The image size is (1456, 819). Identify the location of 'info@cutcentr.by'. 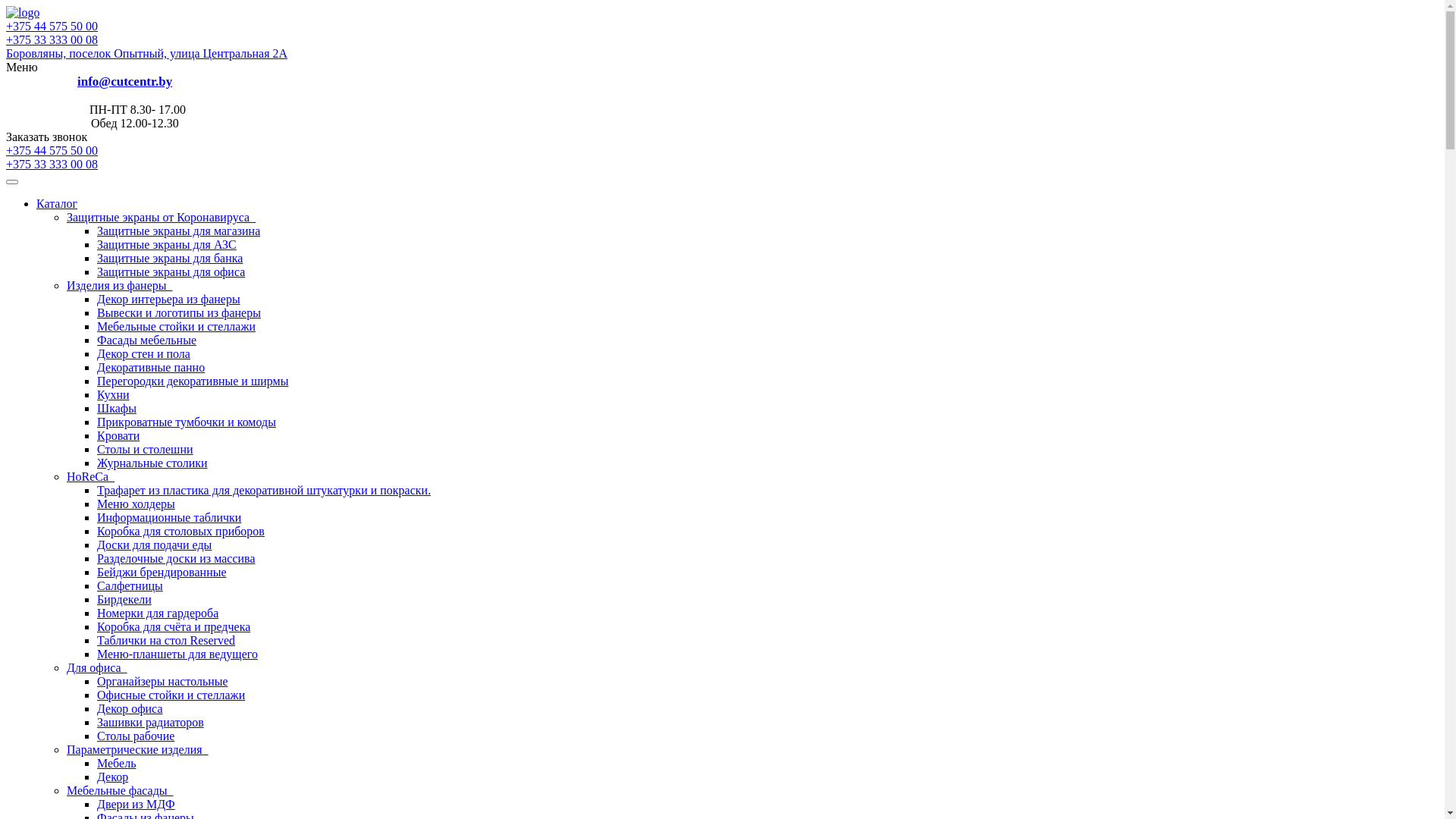
(124, 81).